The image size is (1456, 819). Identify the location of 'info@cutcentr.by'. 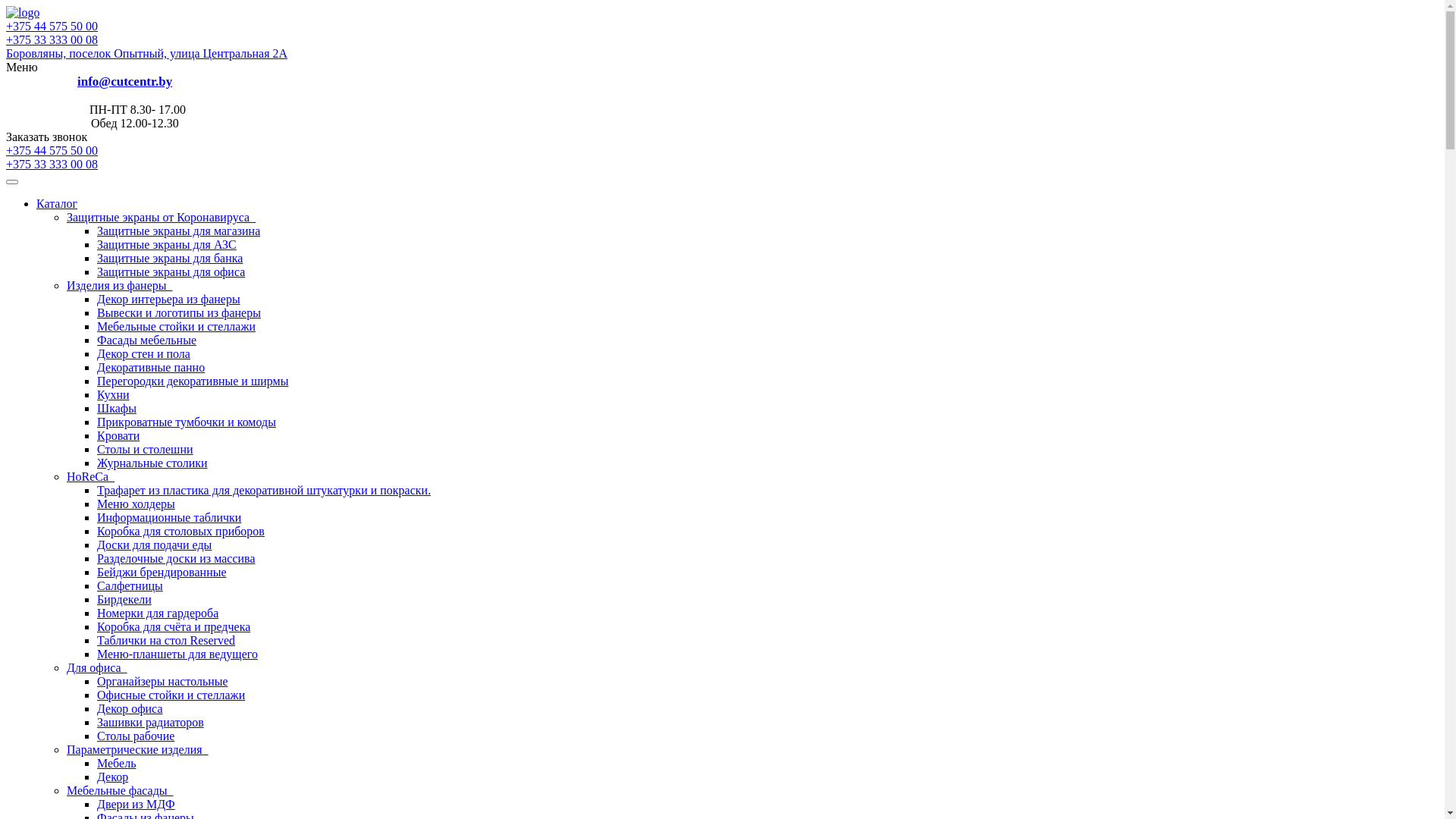
(124, 81).